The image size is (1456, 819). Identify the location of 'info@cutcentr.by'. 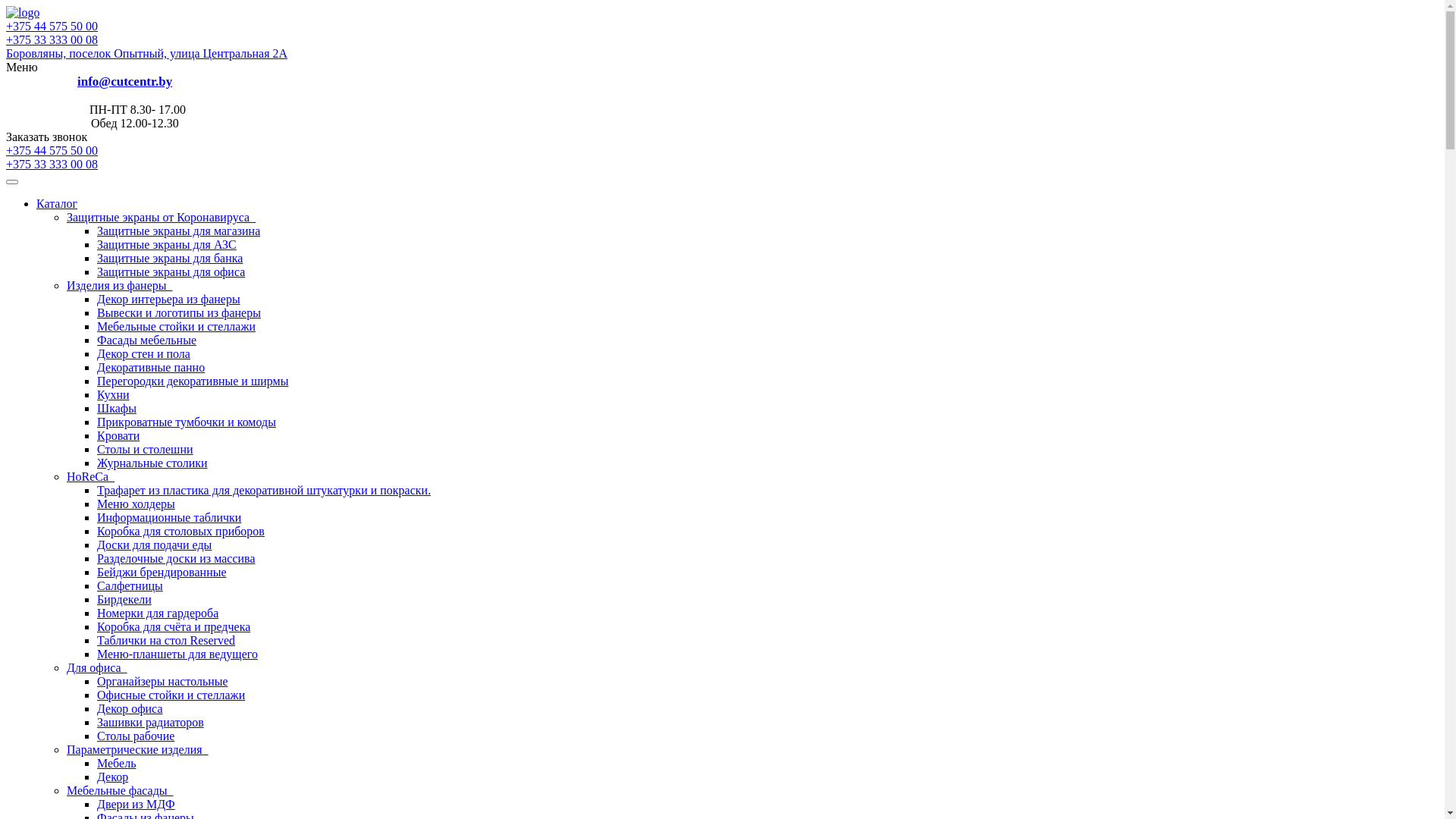
(124, 81).